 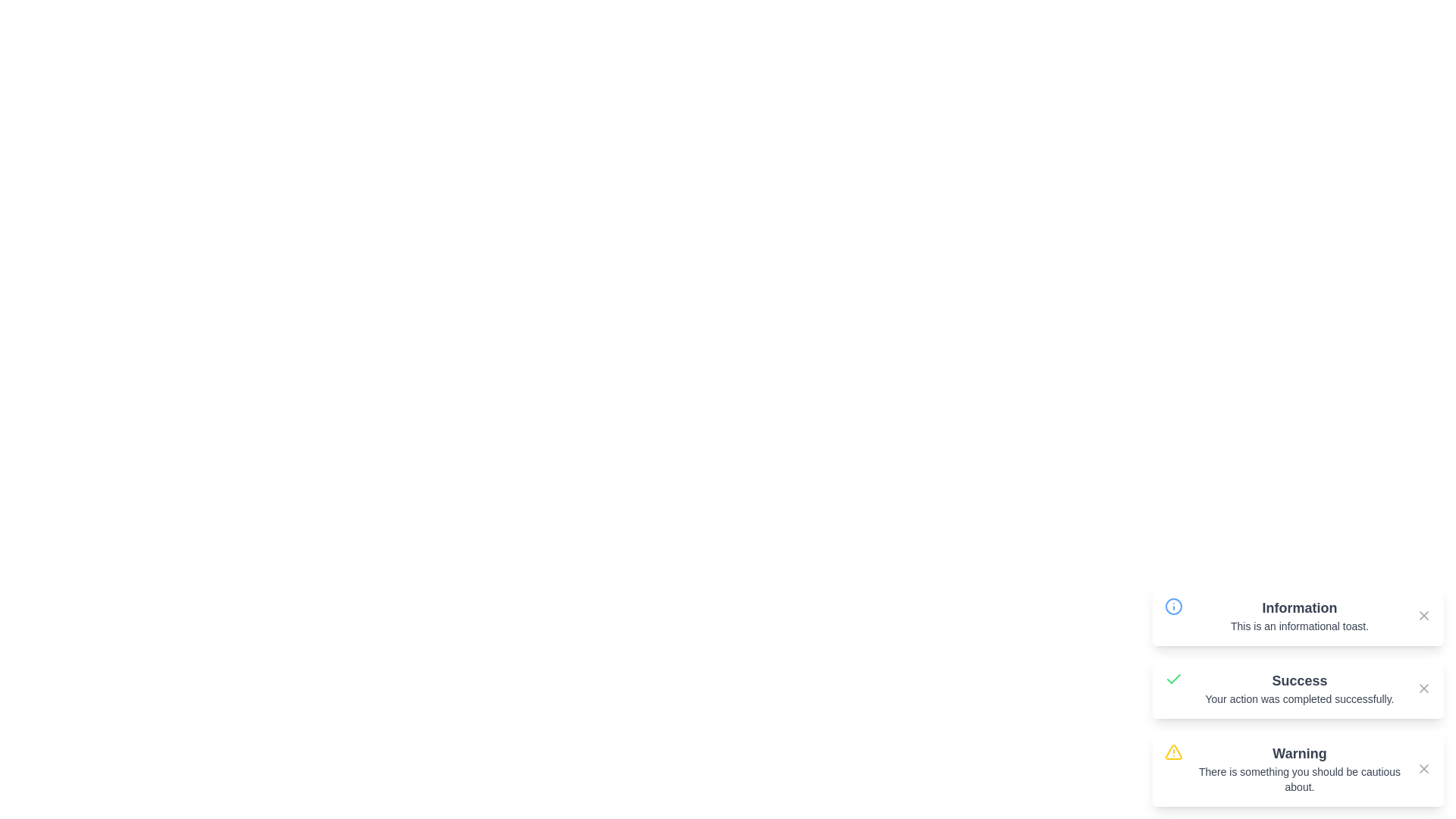 What do you see at coordinates (1423, 688) in the screenshot?
I see `the Close button located at the end of the 'Success' notification box` at bounding box center [1423, 688].